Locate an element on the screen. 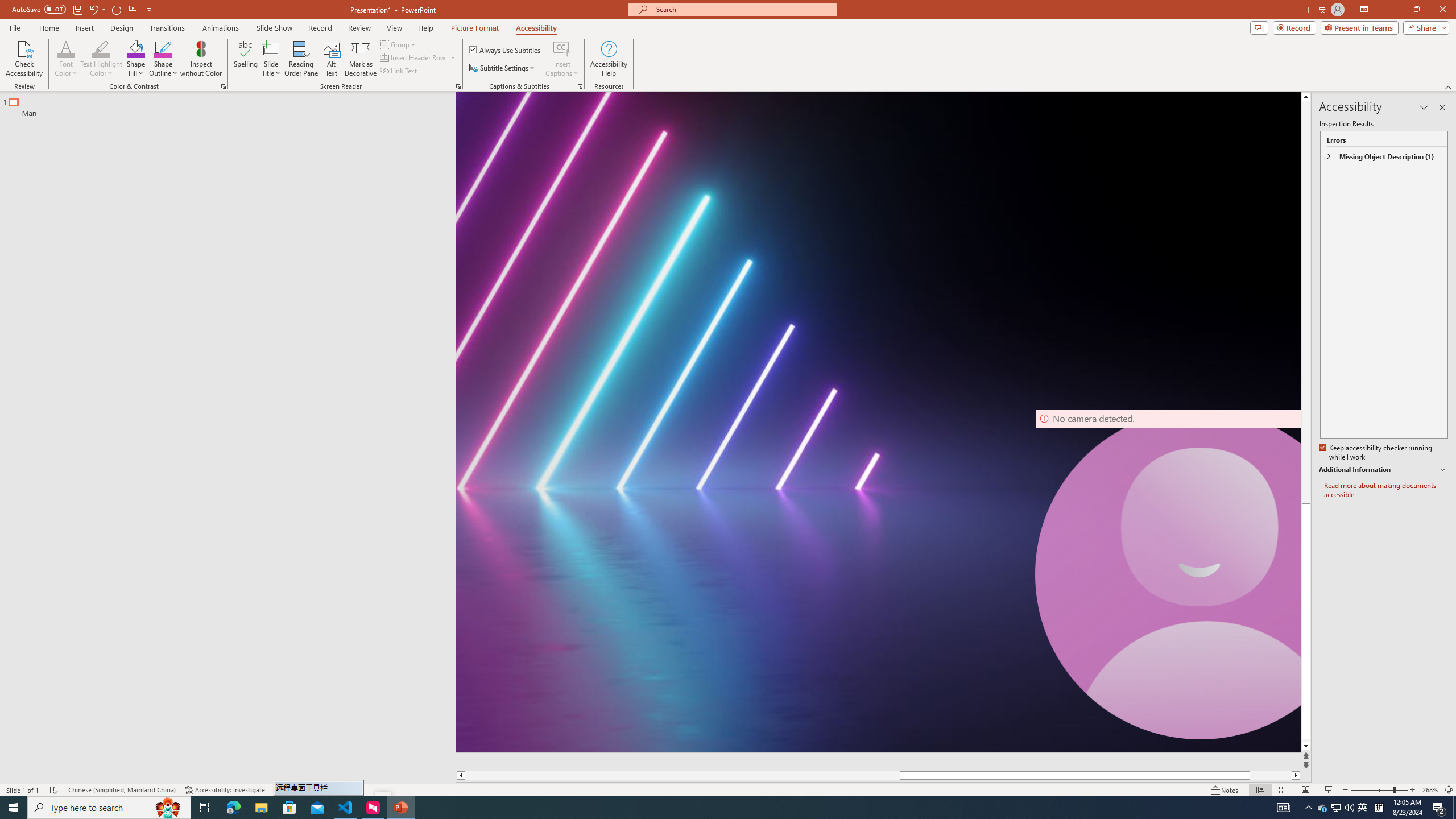 The height and width of the screenshot is (819, 1456). 'Customize Quick Access Toolbar' is located at coordinates (148, 9).